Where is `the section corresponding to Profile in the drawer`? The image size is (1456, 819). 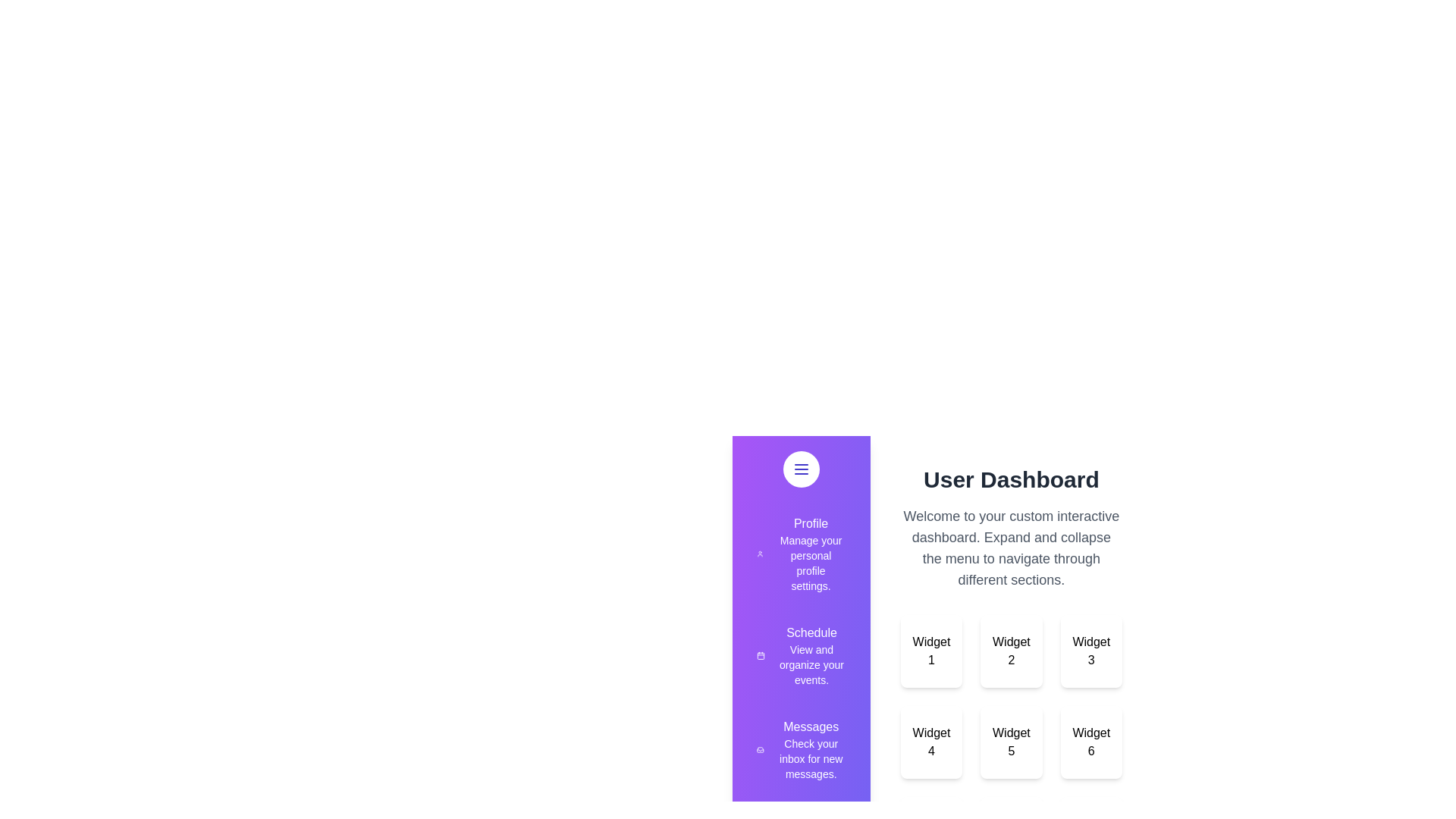 the section corresponding to Profile in the drawer is located at coordinates (800, 554).